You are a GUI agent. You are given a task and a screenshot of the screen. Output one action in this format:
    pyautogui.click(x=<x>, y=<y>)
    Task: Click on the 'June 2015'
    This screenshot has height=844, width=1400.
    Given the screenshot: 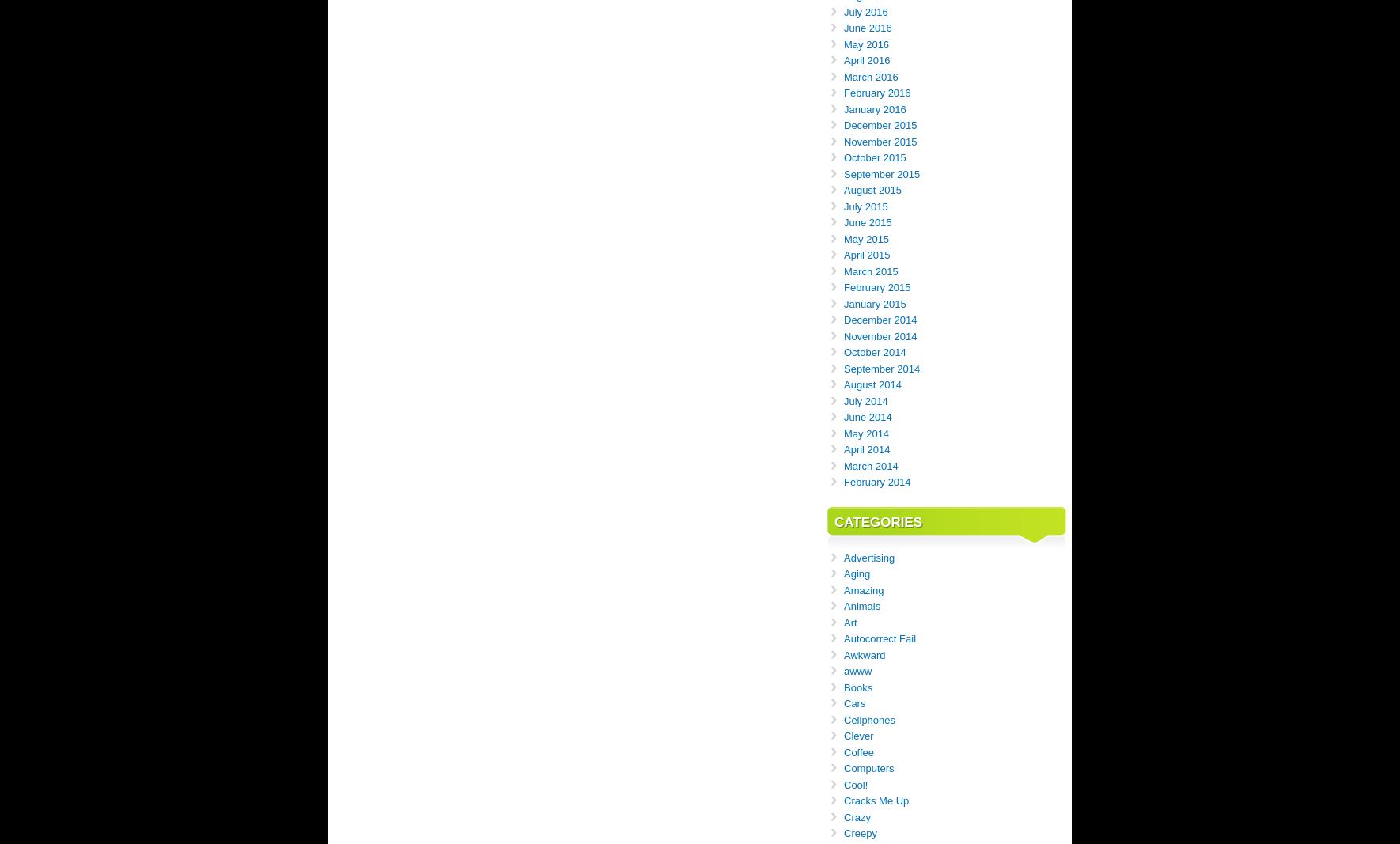 What is the action you would take?
    pyautogui.click(x=868, y=222)
    